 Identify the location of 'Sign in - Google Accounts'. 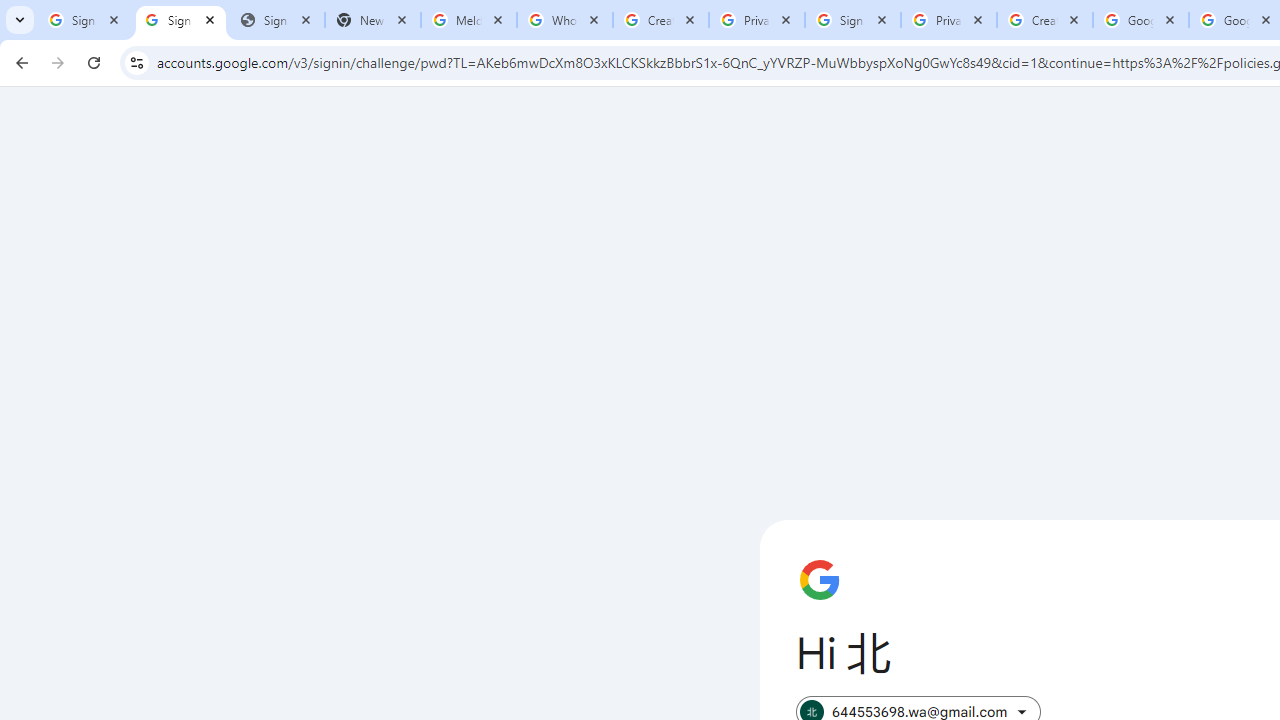
(84, 20).